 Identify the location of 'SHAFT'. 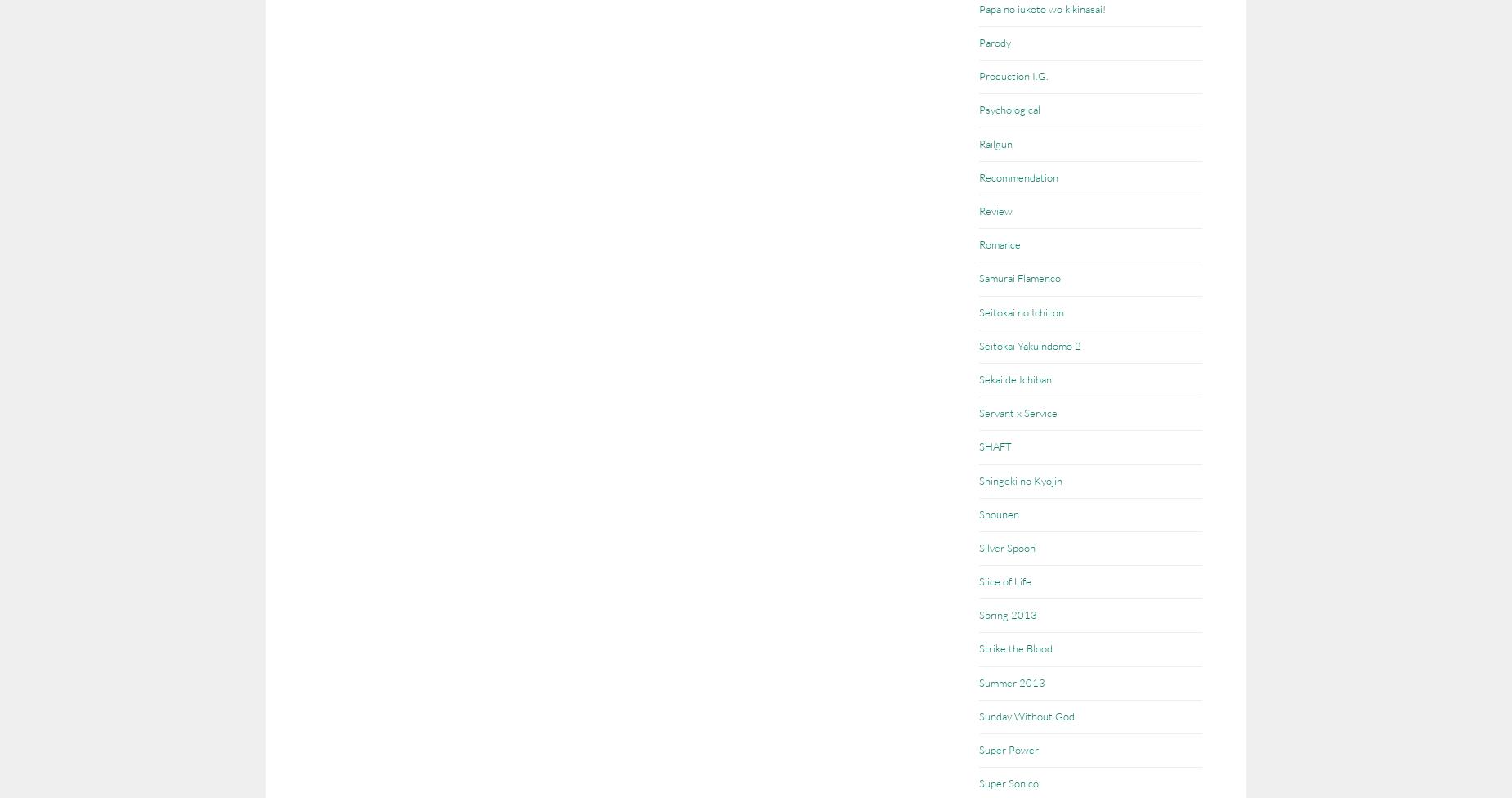
(995, 446).